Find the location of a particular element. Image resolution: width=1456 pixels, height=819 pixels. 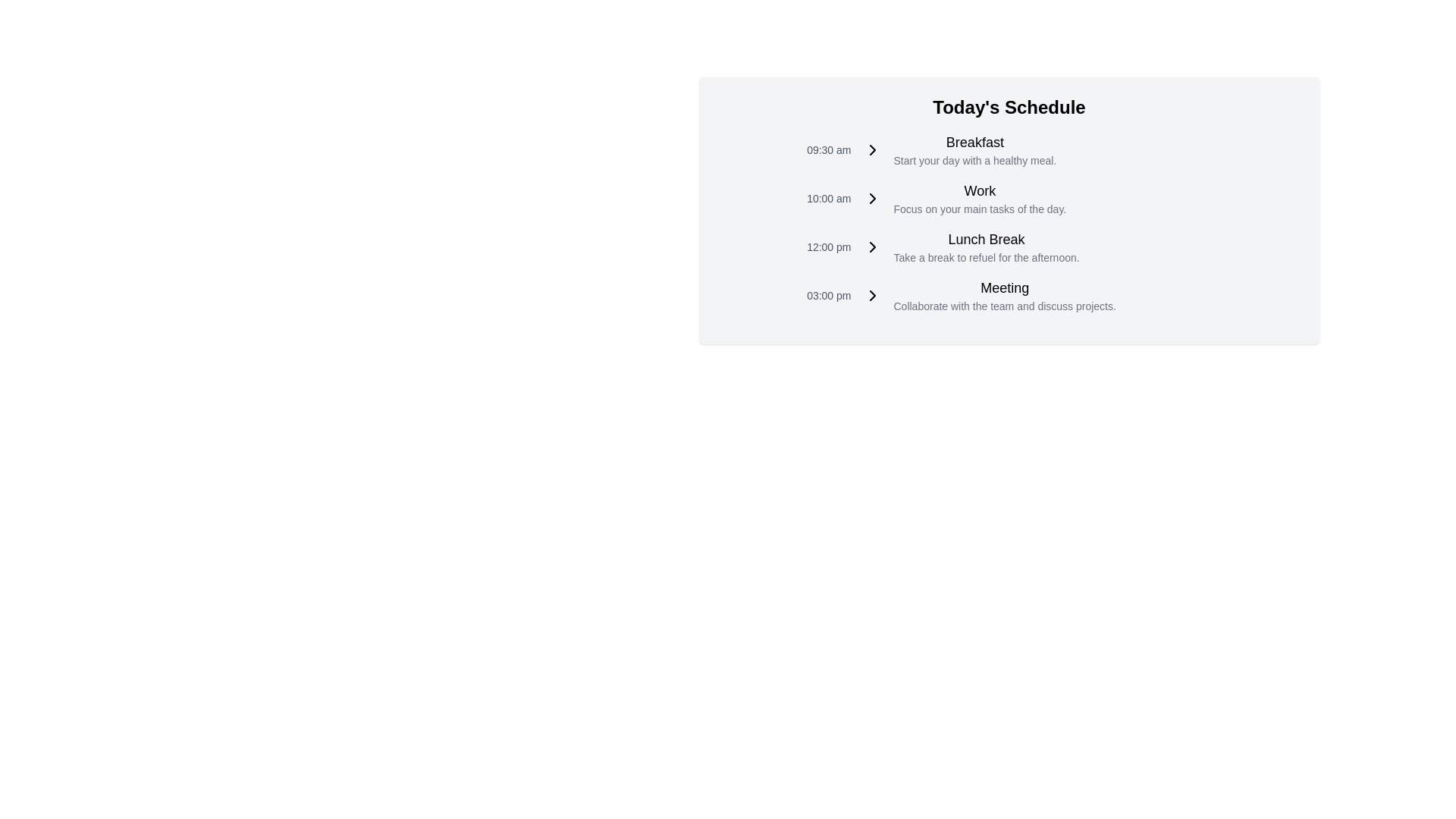

the text block that describes the 'Lunch Break' activity to read it is located at coordinates (981, 246).